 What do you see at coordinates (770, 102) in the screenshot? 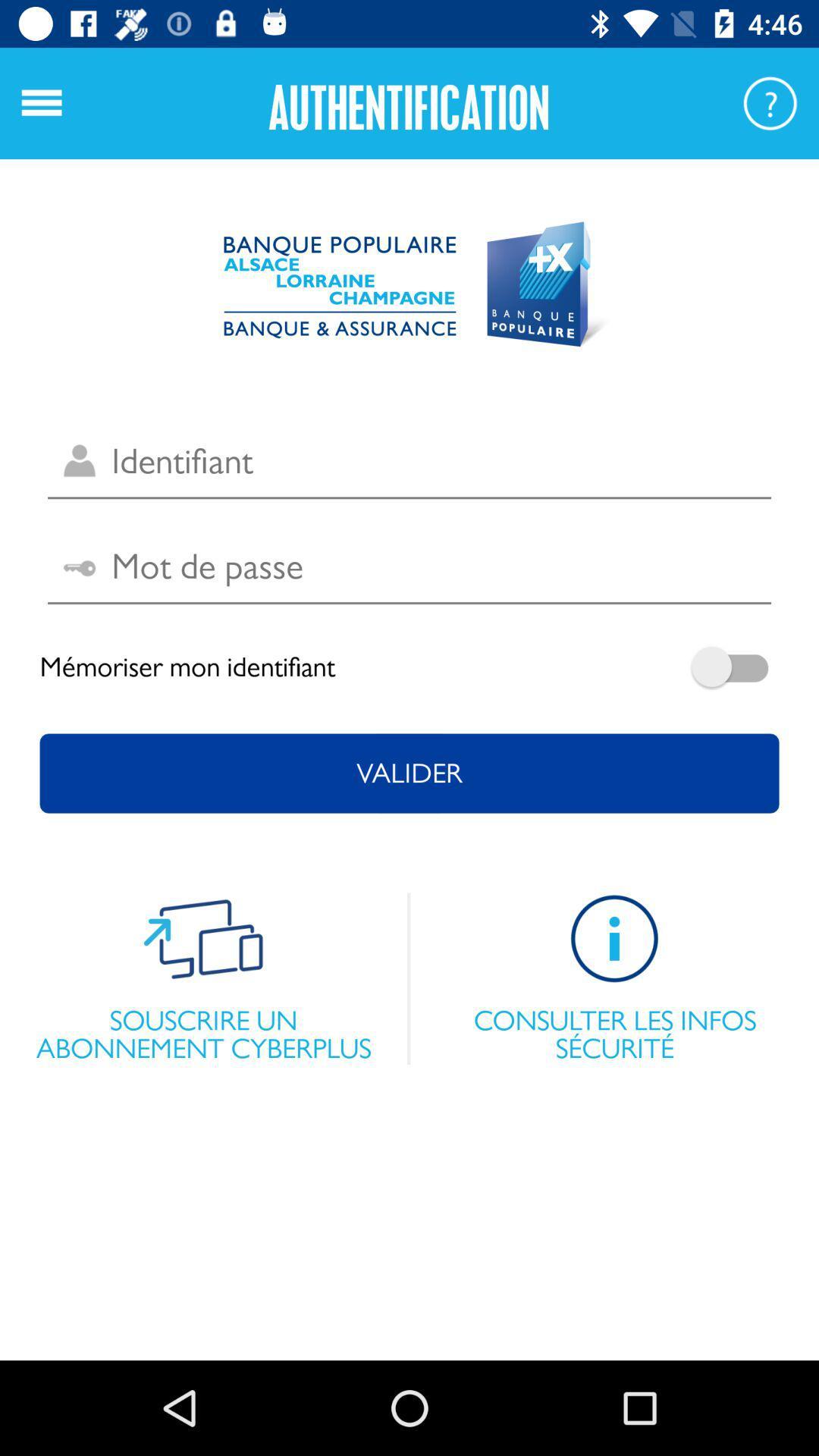
I see `help page` at bounding box center [770, 102].